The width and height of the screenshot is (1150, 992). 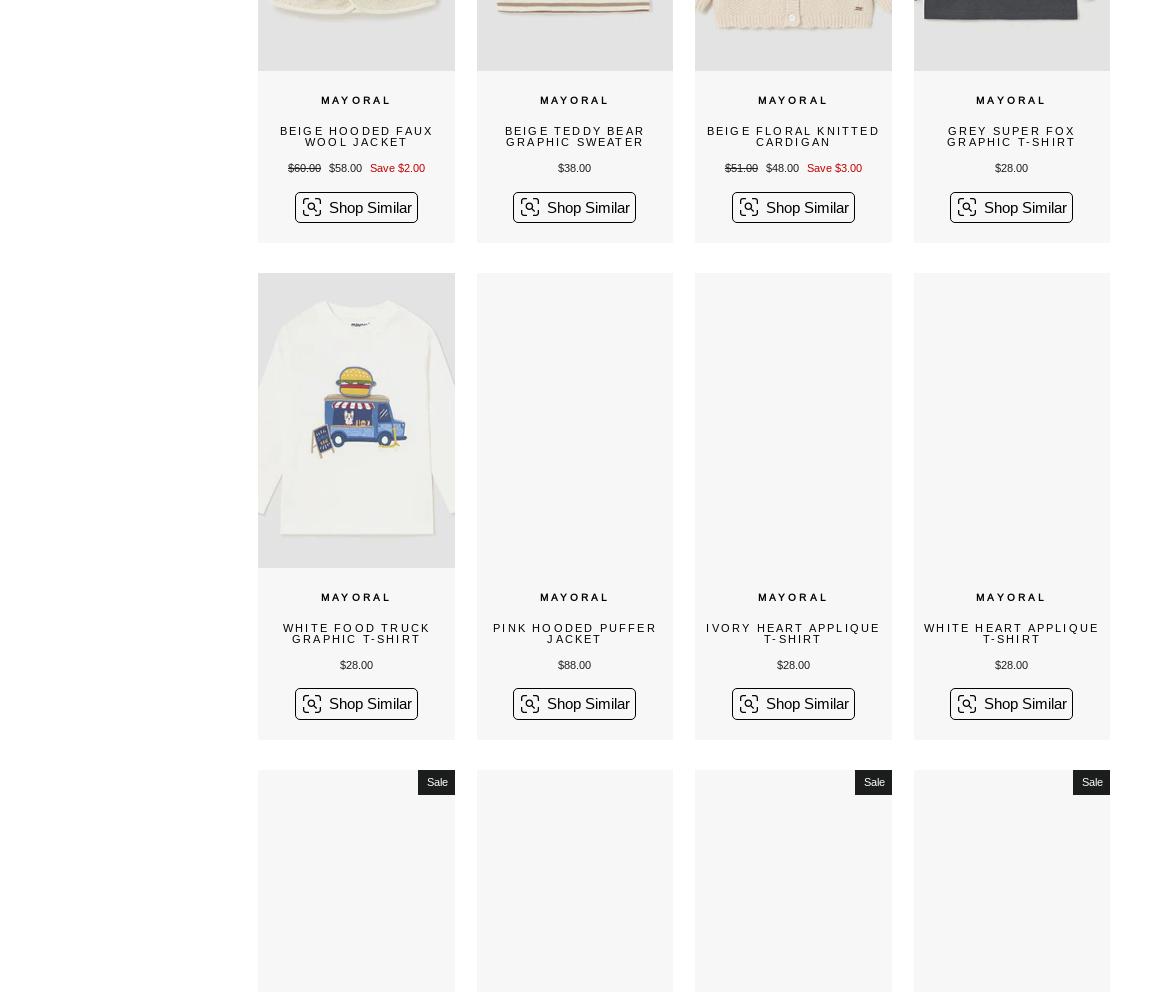 What do you see at coordinates (832, 167) in the screenshot?
I see `'Save $3.00'` at bounding box center [832, 167].